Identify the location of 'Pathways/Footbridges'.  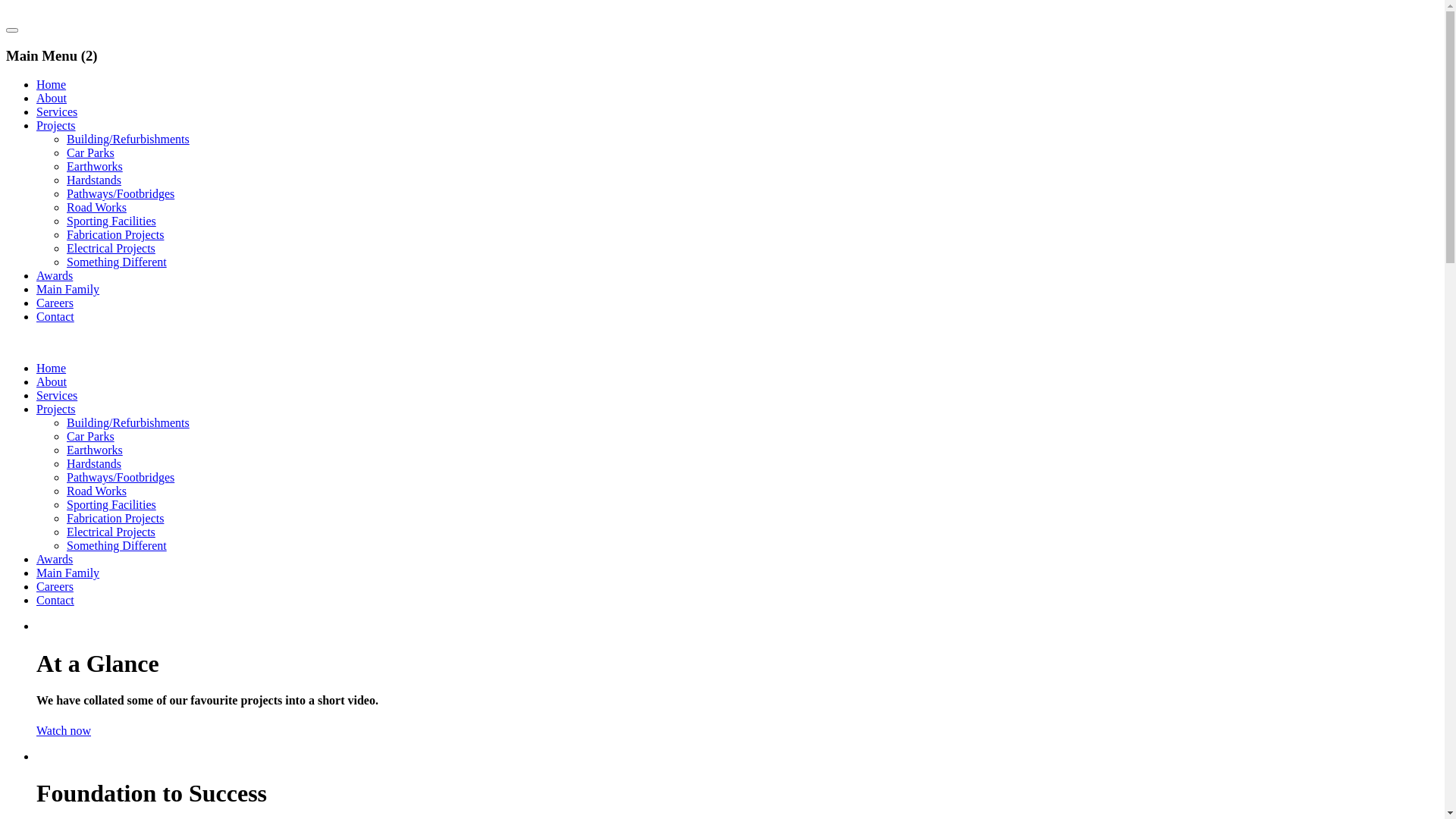
(119, 193).